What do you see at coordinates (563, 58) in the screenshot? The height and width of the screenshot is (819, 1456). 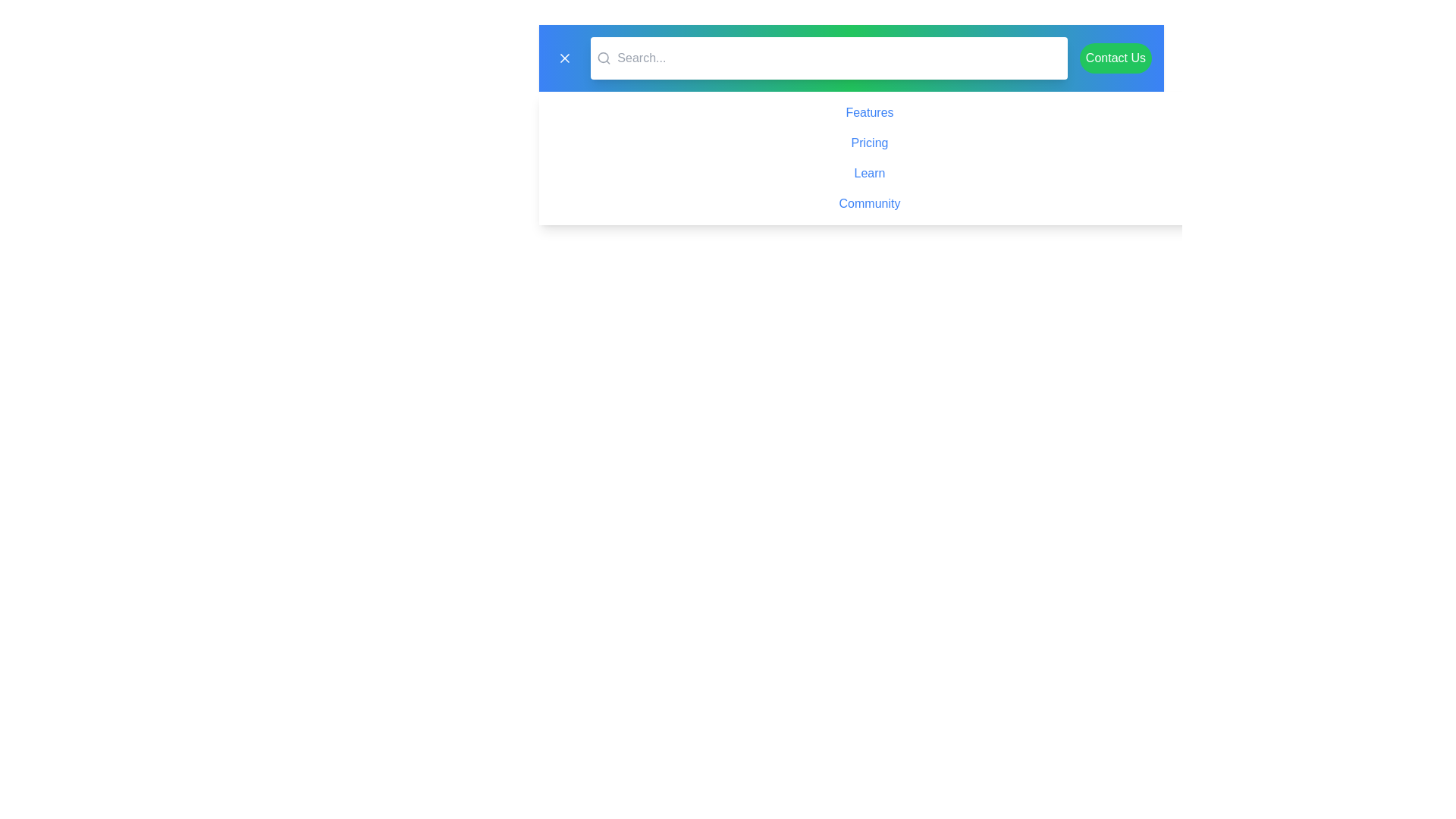 I see `the close or cancel button located at the top-left corner of the blue bar, to the left of the search bar, to observe its effect` at bounding box center [563, 58].